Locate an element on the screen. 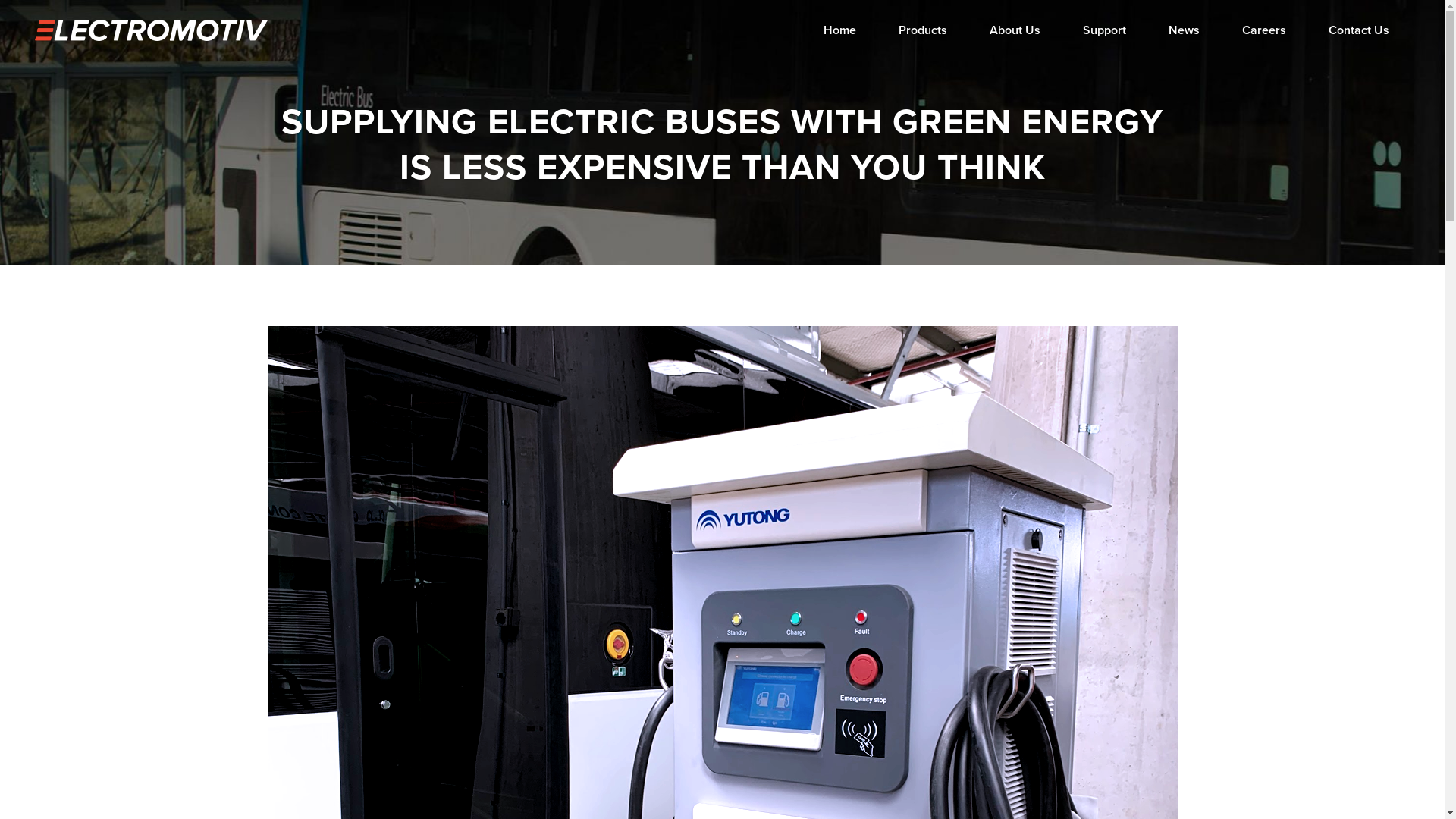 Image resolution: width=1456 pixels, height=819 pixels. 'Careers' is located at coordinates (1263, 30).